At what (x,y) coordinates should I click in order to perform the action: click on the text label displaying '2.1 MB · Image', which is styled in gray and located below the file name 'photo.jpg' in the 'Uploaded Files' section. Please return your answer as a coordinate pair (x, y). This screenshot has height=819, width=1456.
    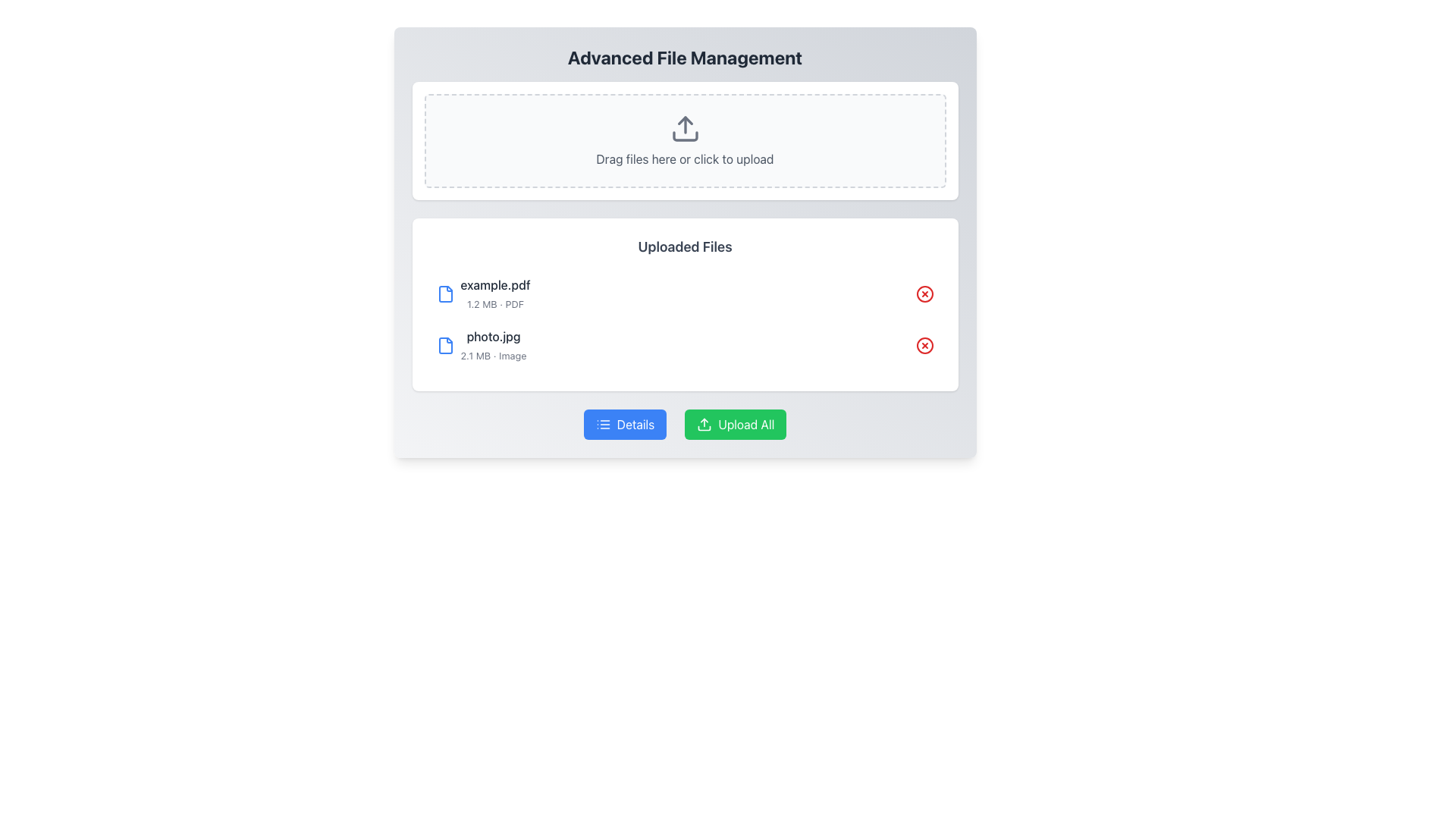
    Looking at the image, I should click on (494, 356).